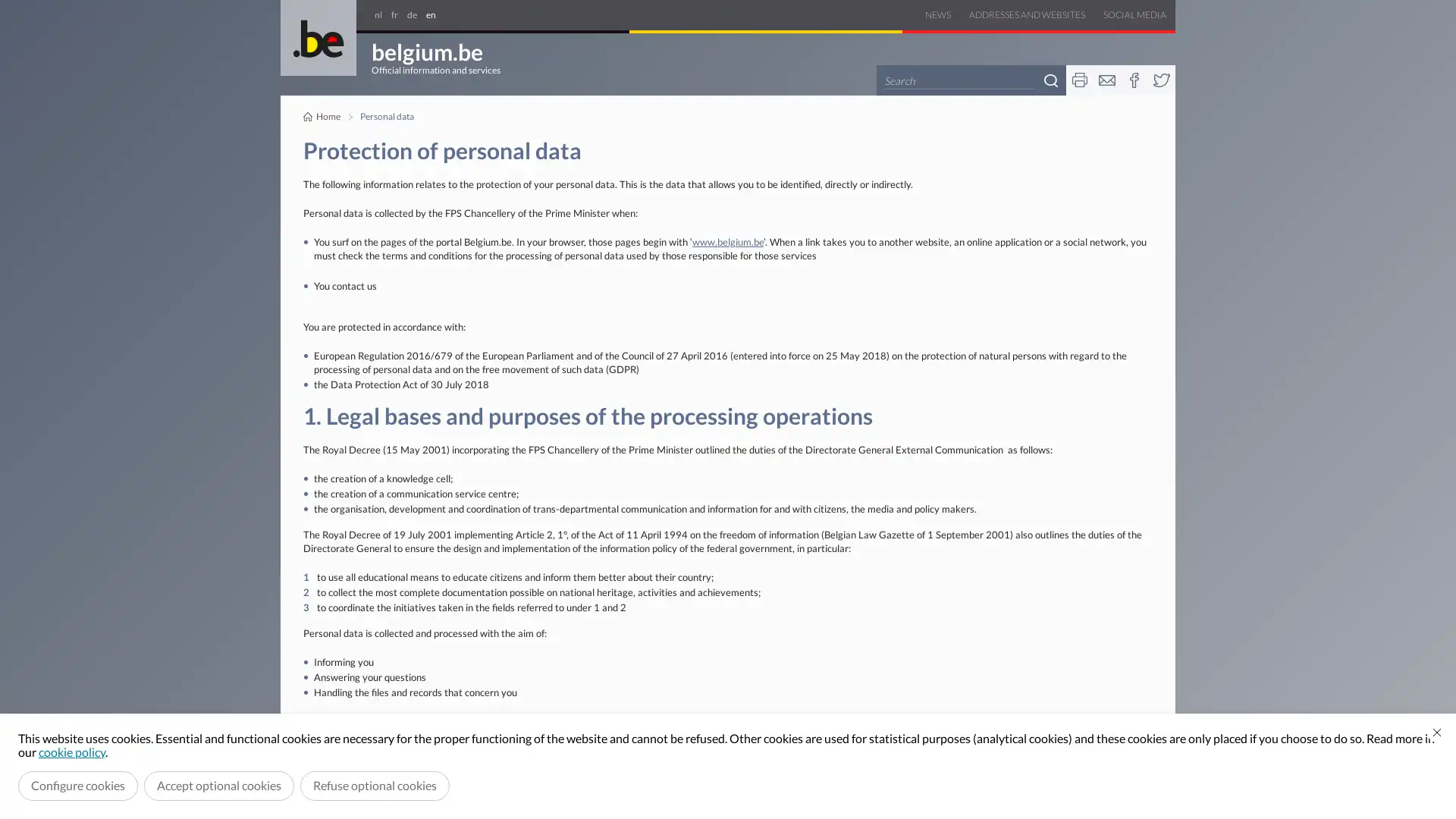 The width and height of the screenshot is (1456, 819). I want to click on Configure cookies, so click(77, 785).